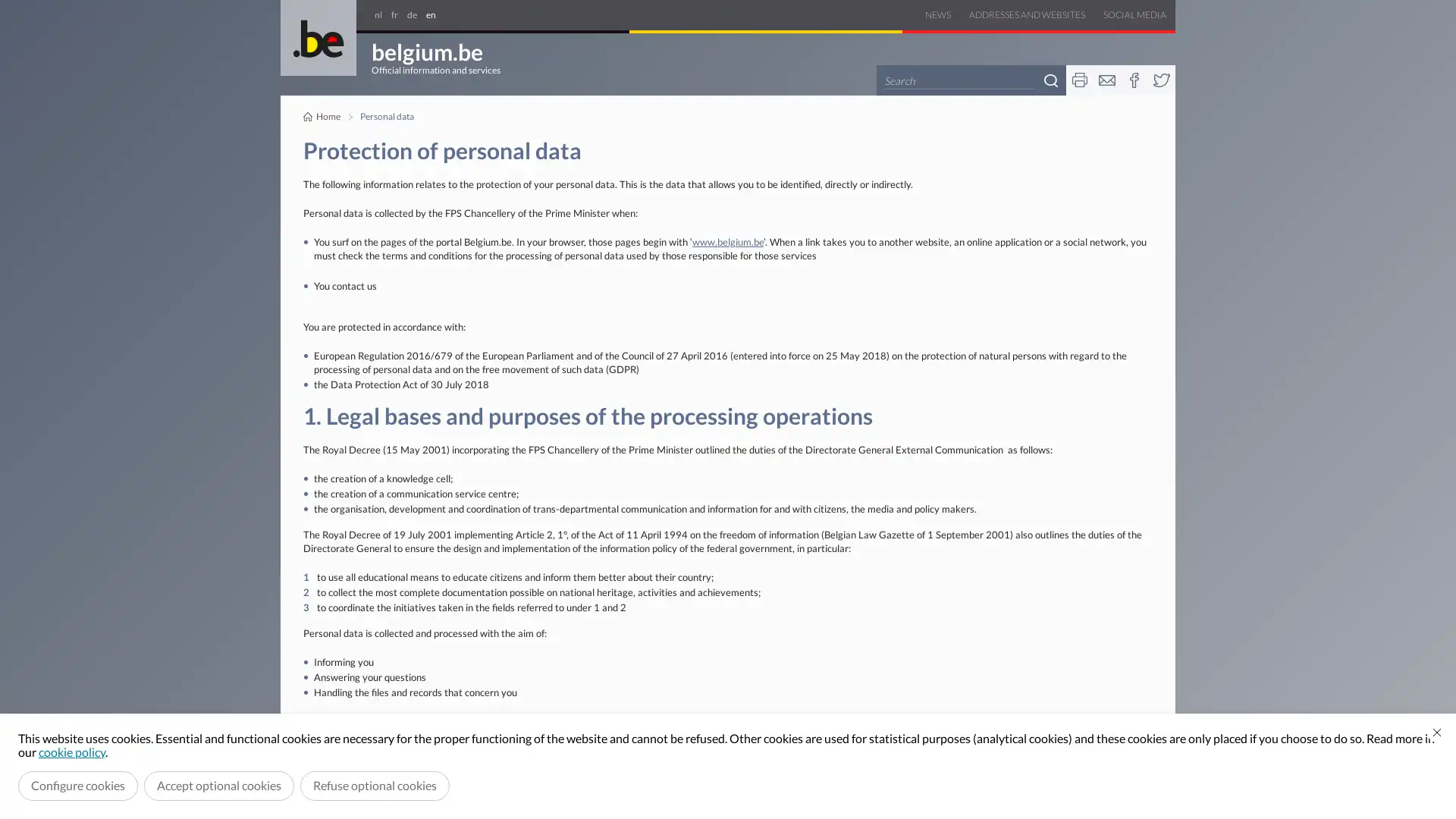 The width and height of the screenshot is (1456, 819). I want to click on Configure cookies, so click(77, 785).